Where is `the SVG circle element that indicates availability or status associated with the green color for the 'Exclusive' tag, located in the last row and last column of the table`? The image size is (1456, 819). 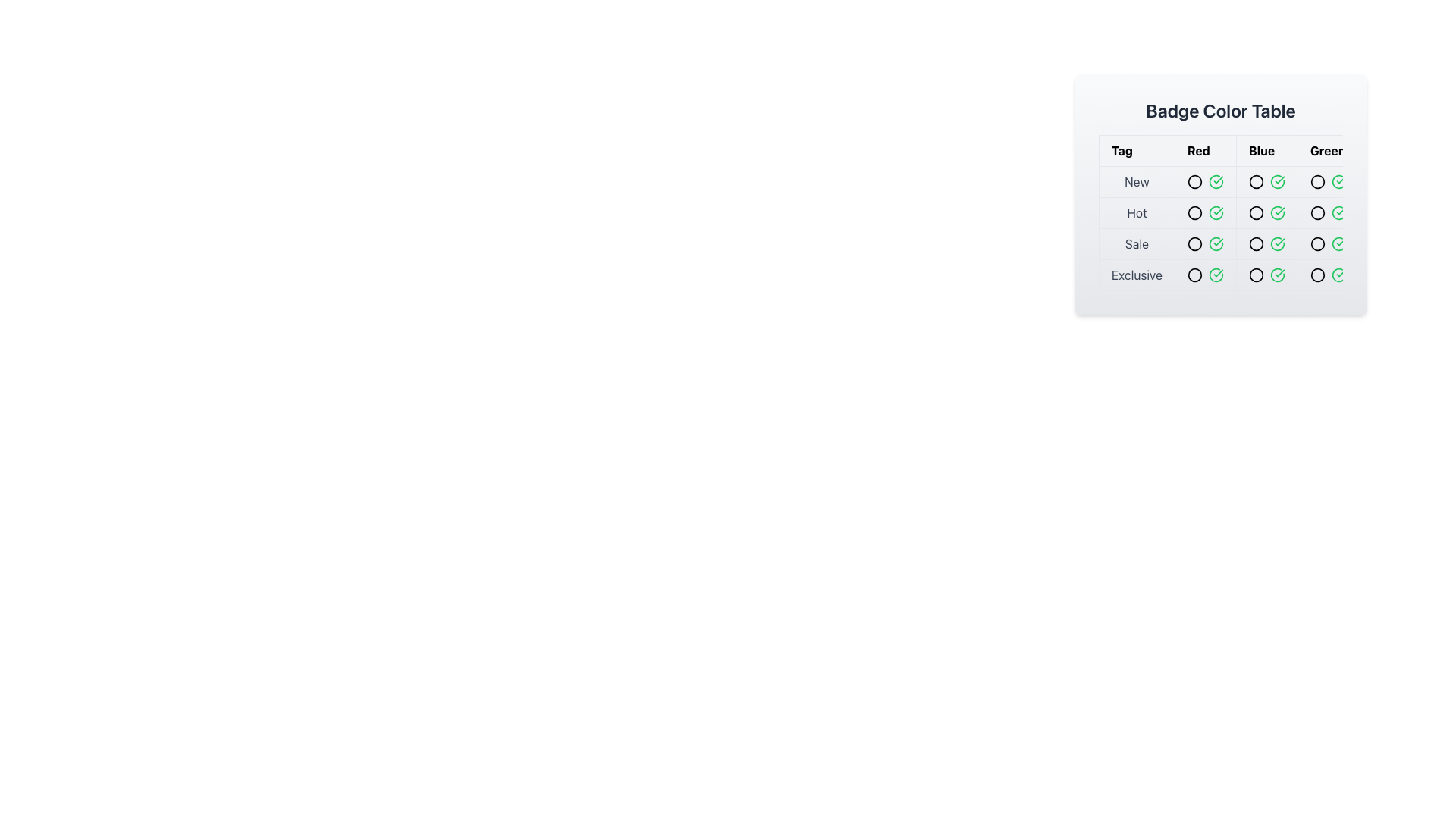
the SVG circle element that indicates availability or status associated with the green color for the 'Exclusive' tag, located in the last row and last column of the table is located at coordinates (1316, 275).